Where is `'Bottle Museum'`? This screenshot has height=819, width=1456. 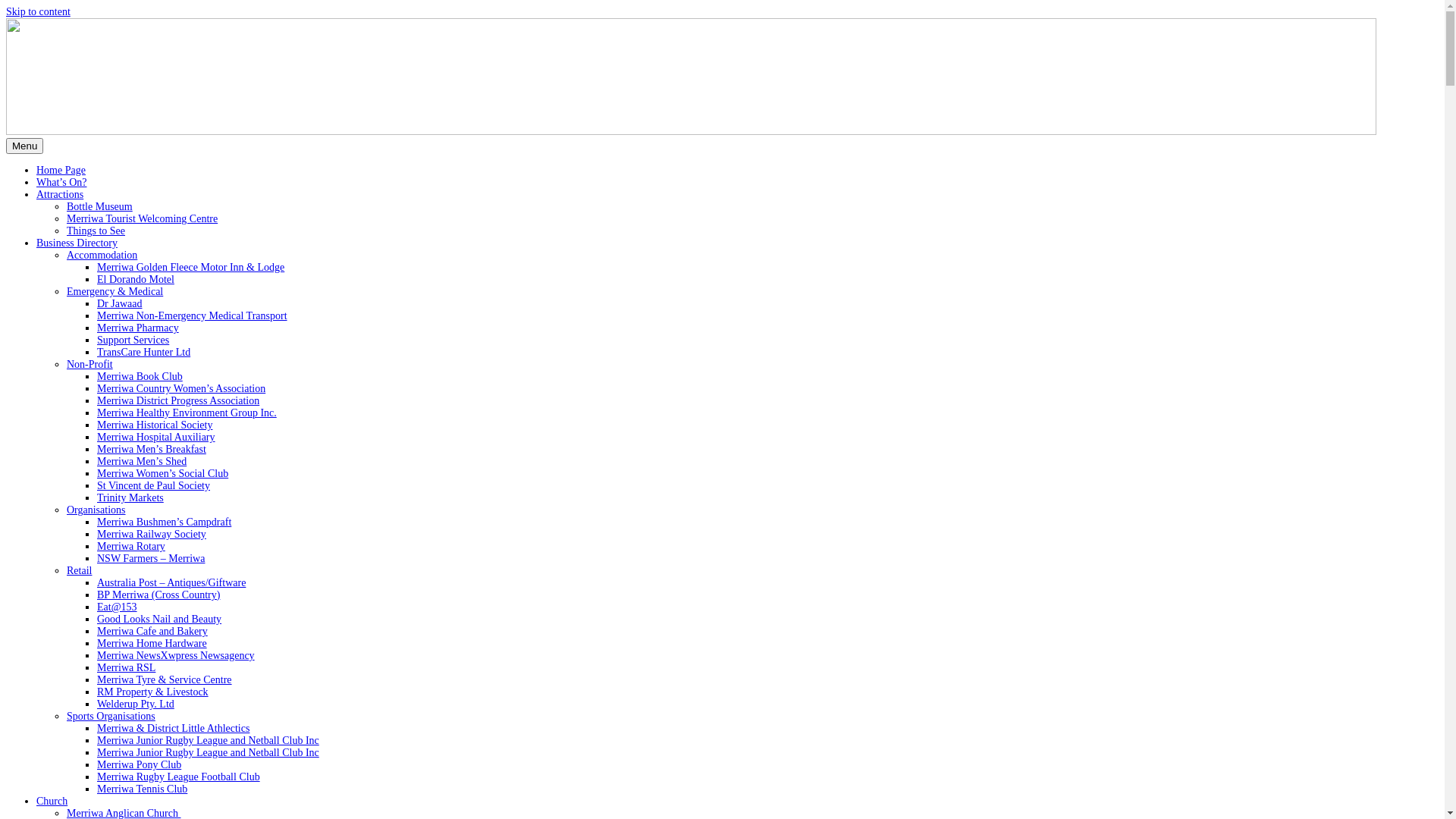 'Bottle Museum' is located at coordinates (99, 206).